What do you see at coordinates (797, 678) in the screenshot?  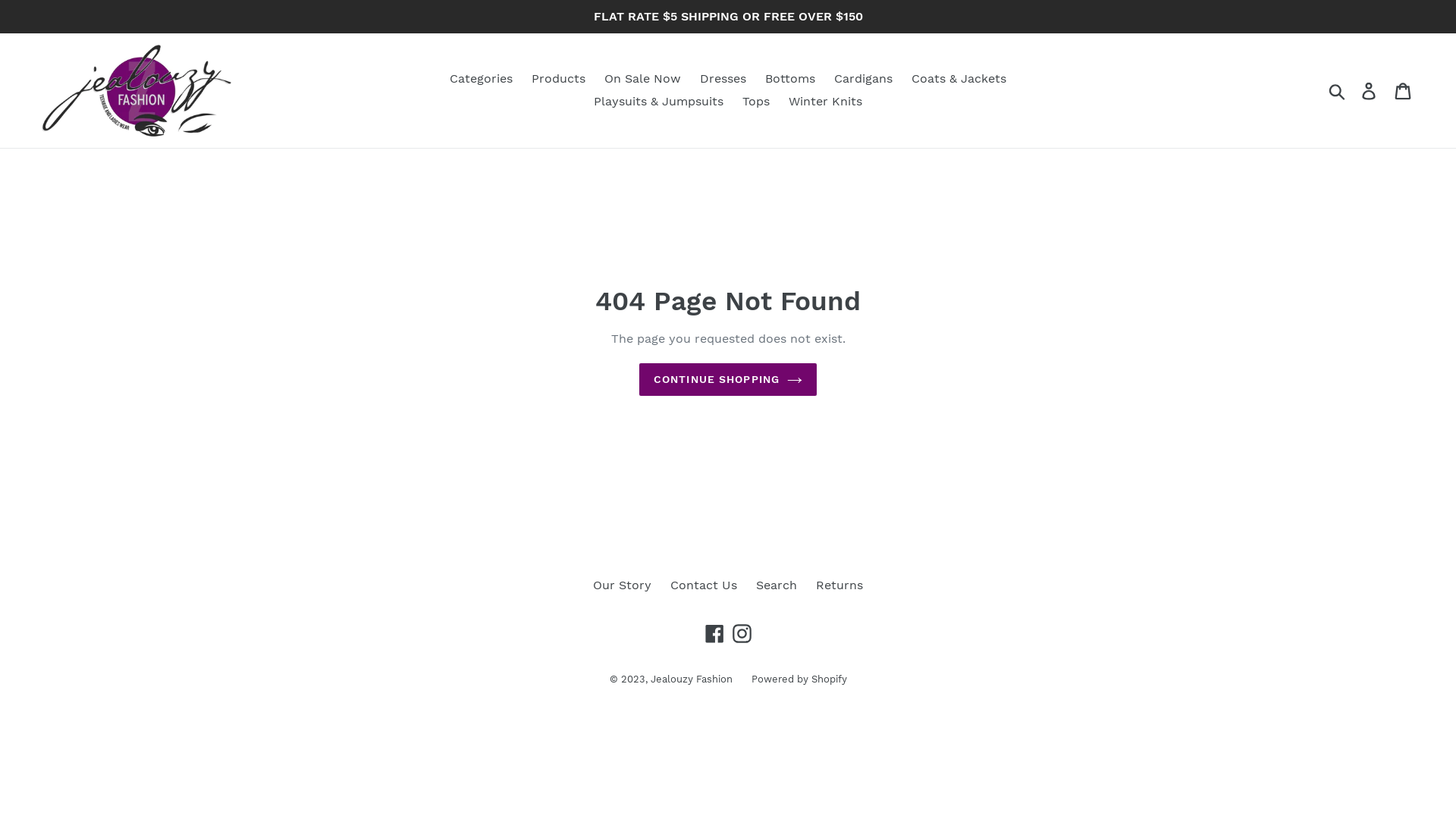 I see `'Powered by Shopify'` at bounding box center [797, 678].